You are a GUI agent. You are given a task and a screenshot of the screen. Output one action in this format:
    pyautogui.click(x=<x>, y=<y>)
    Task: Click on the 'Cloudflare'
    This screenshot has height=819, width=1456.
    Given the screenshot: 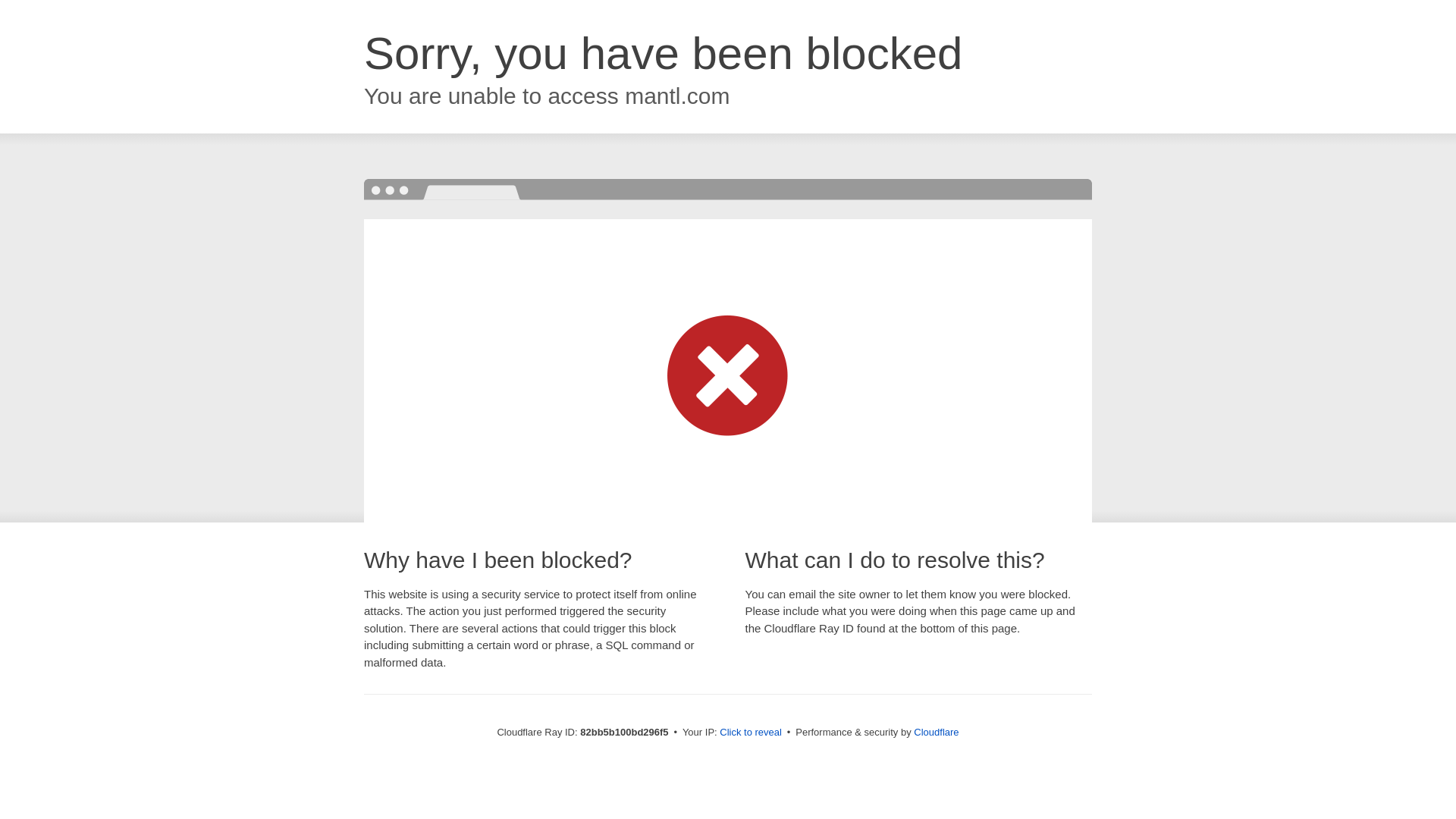 What is the action you would take?
    pyautogui.click(x=912, y=731)
    